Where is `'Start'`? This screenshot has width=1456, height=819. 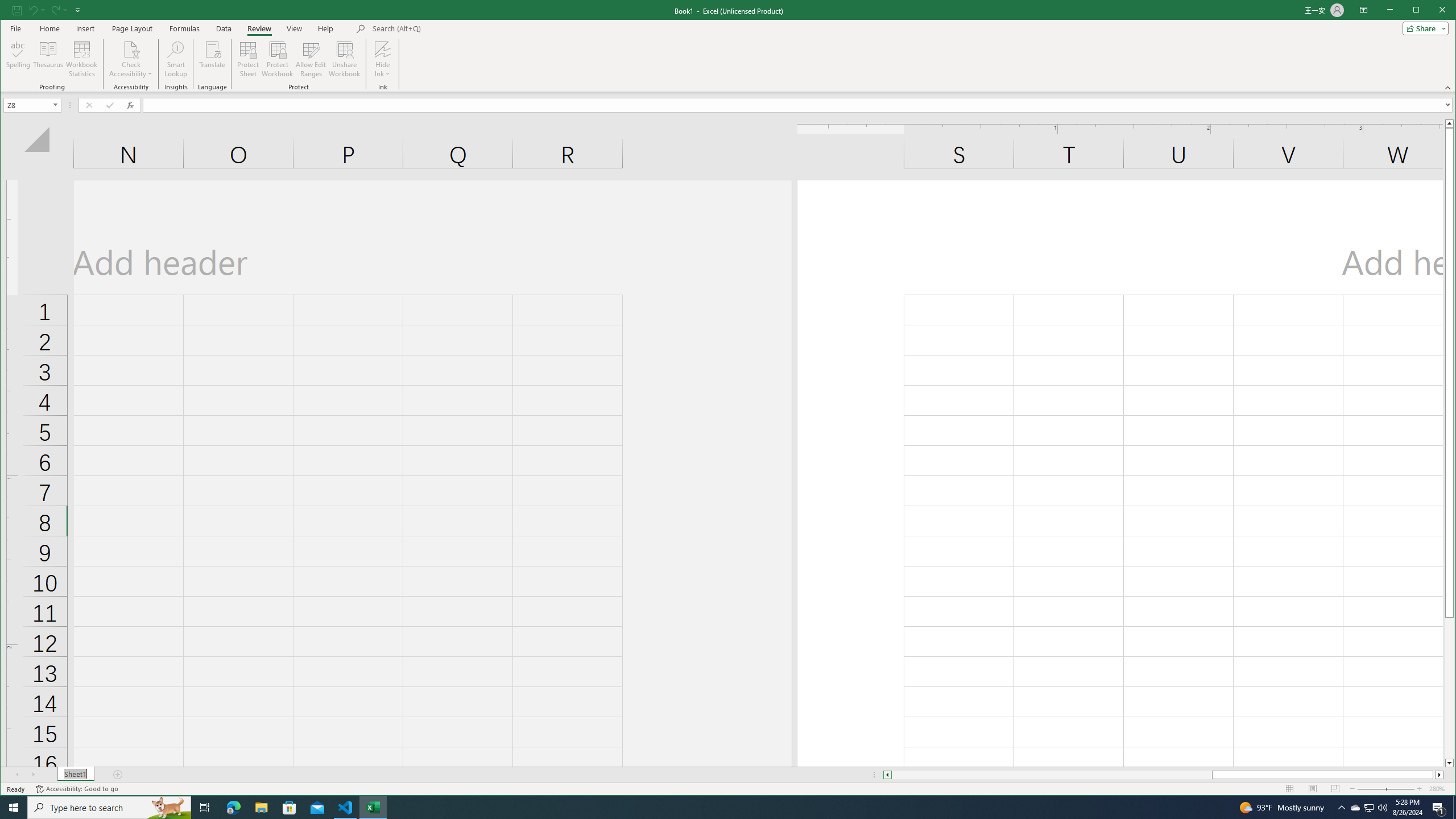
'Start' is located at coordinates (14, 806).